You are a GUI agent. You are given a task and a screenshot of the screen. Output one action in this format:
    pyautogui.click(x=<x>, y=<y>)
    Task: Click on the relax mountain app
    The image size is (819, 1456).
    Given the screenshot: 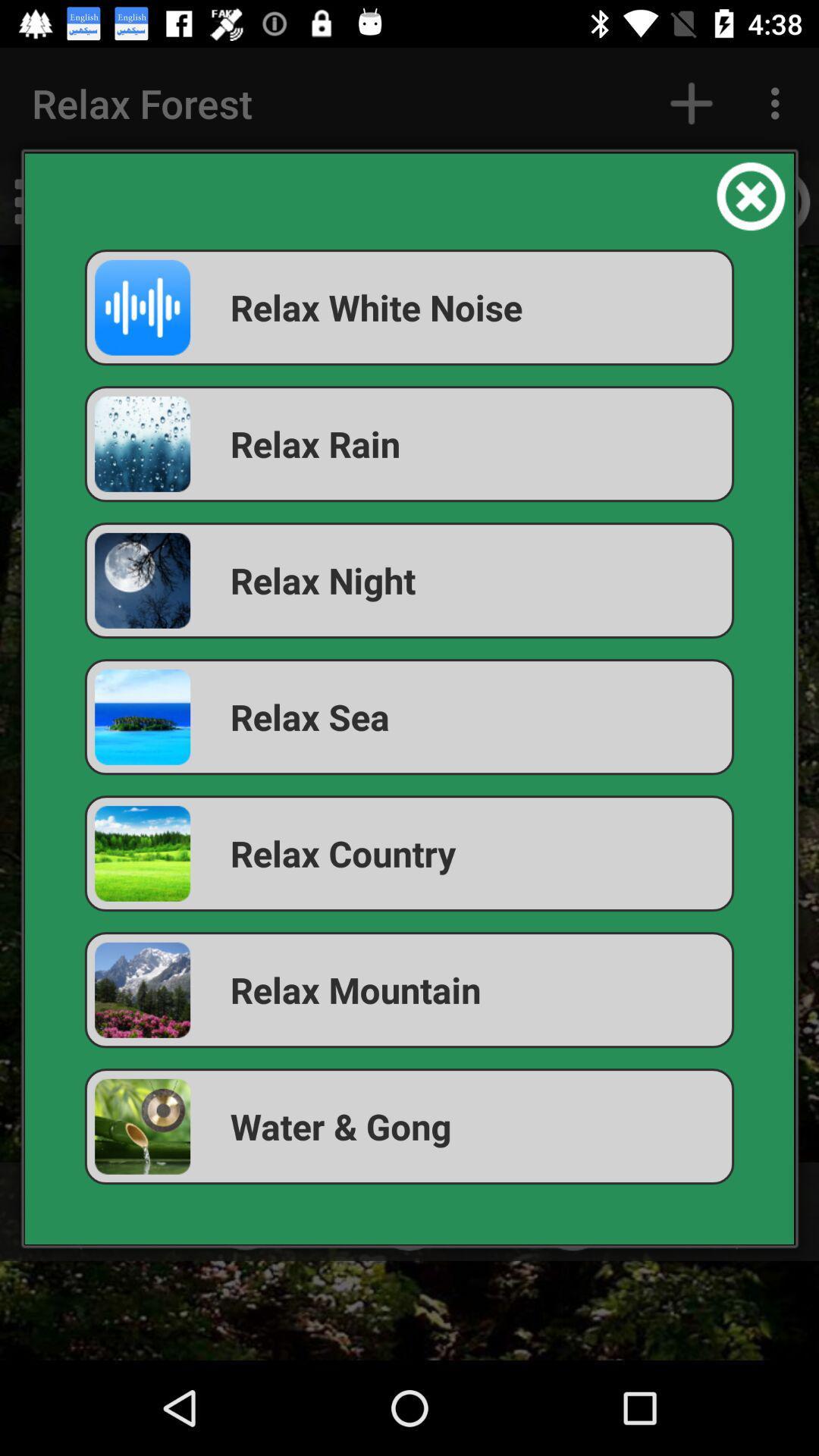 What is the action you would take?
    pyautogui.click(x=409, y=990)
    